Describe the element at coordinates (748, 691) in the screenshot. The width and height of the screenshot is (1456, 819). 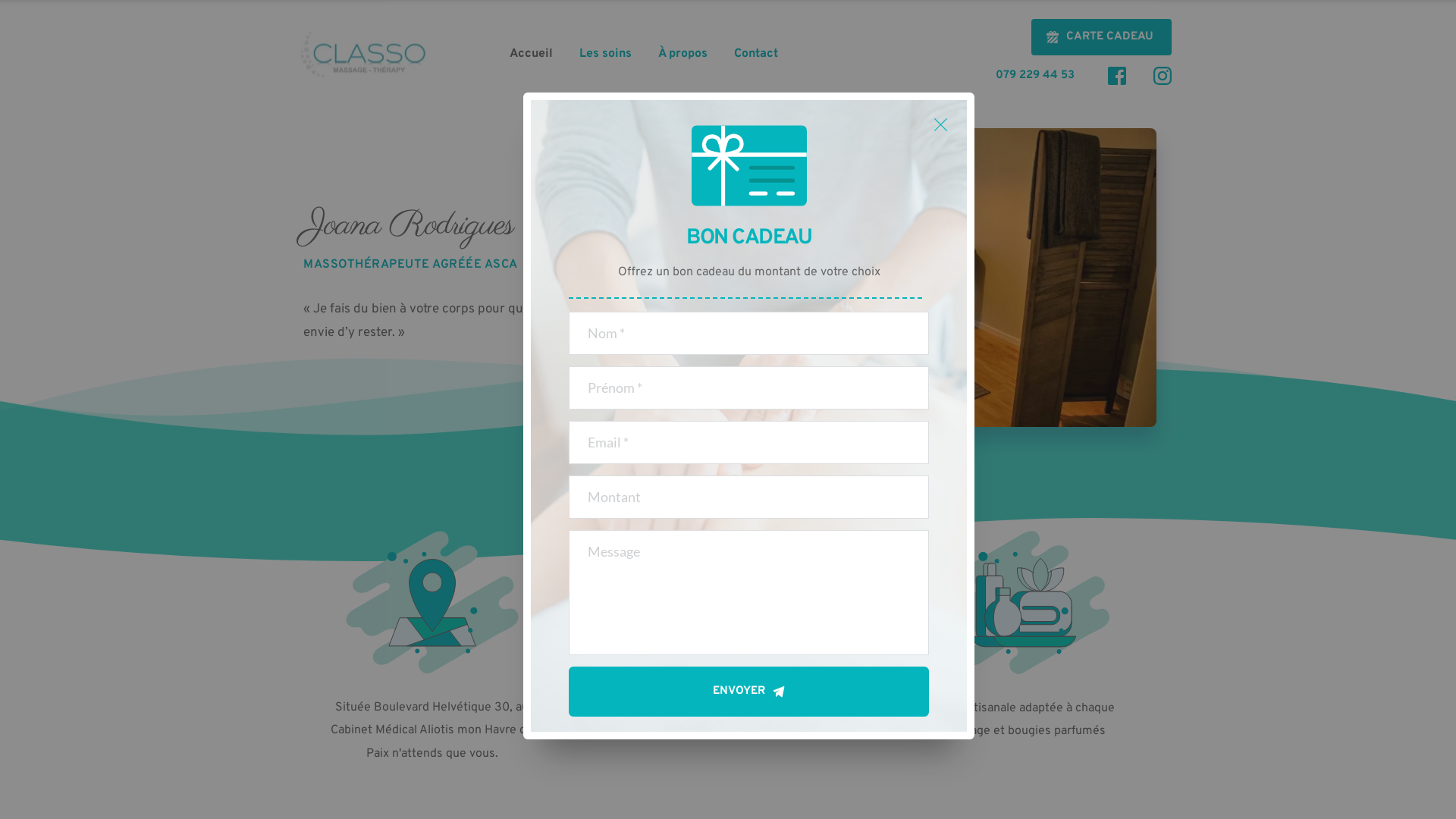
I see `'ENVOYER'` at that location.